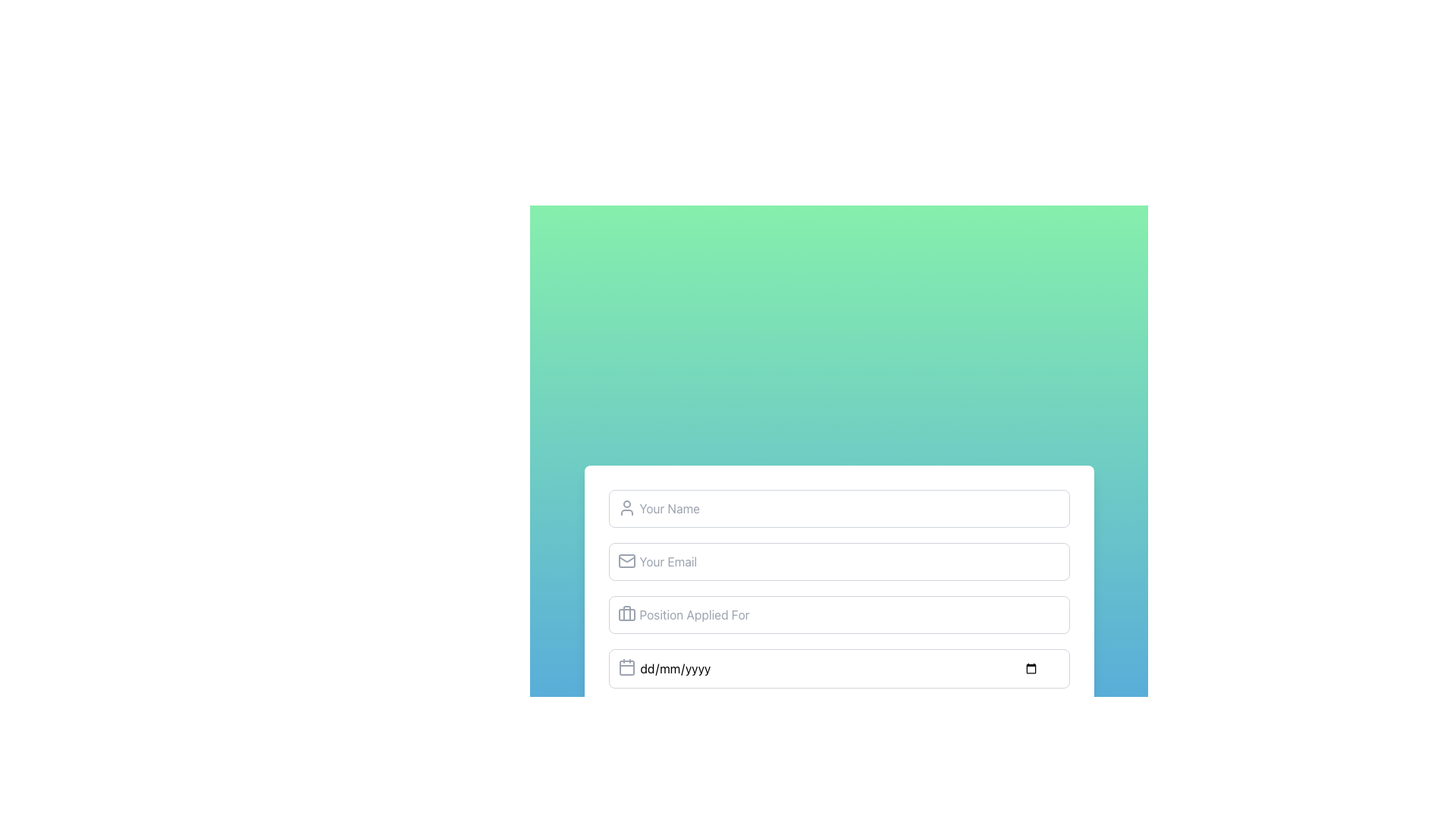 The width and height of the screenshot is (1456, 819). Describe the element at coordinates (626, 666) in the screenshot. I see `the calendar icon in the top-left corner of the date input field` at that location.